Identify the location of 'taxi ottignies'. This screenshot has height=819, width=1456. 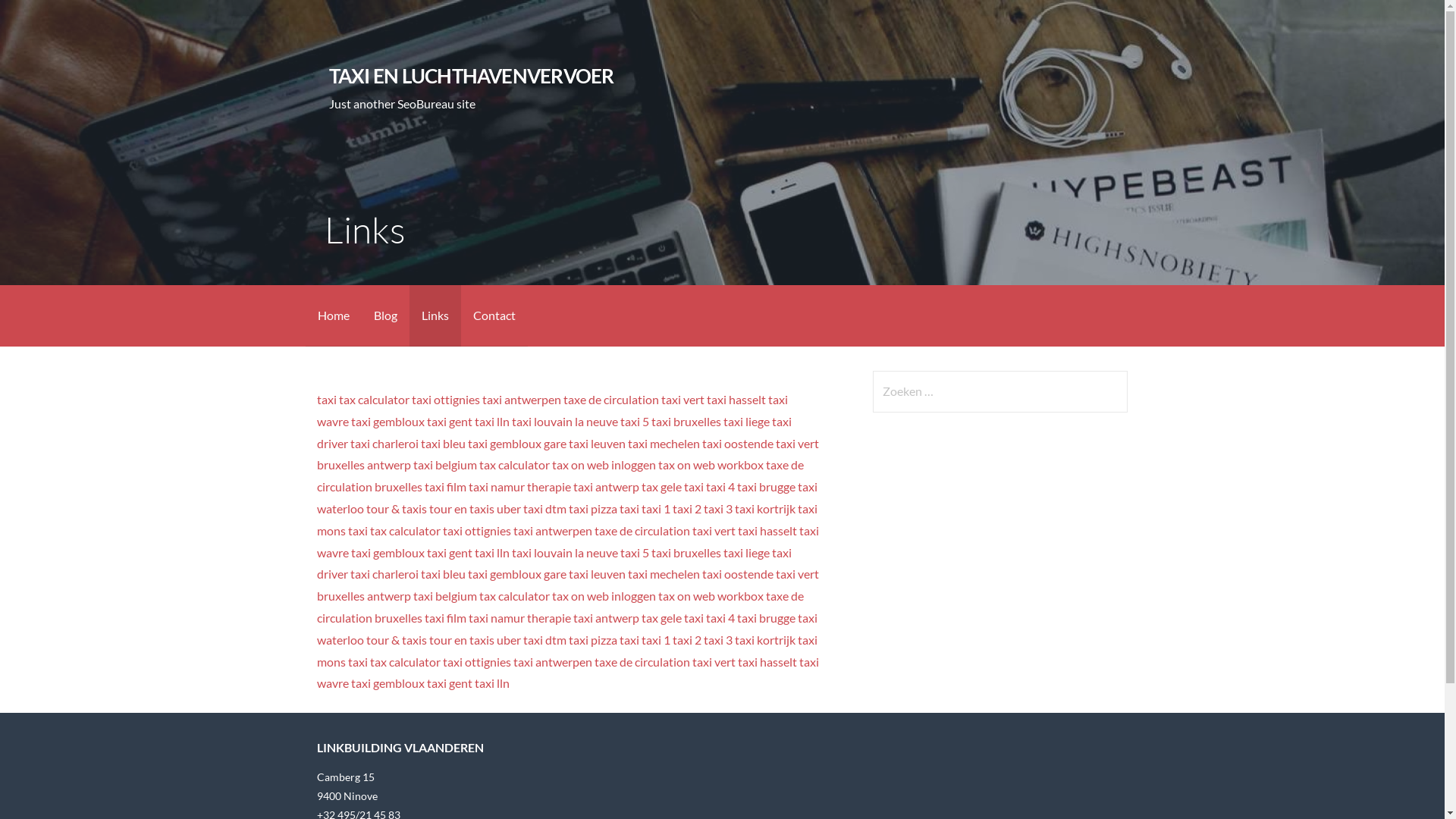
(445, 398).